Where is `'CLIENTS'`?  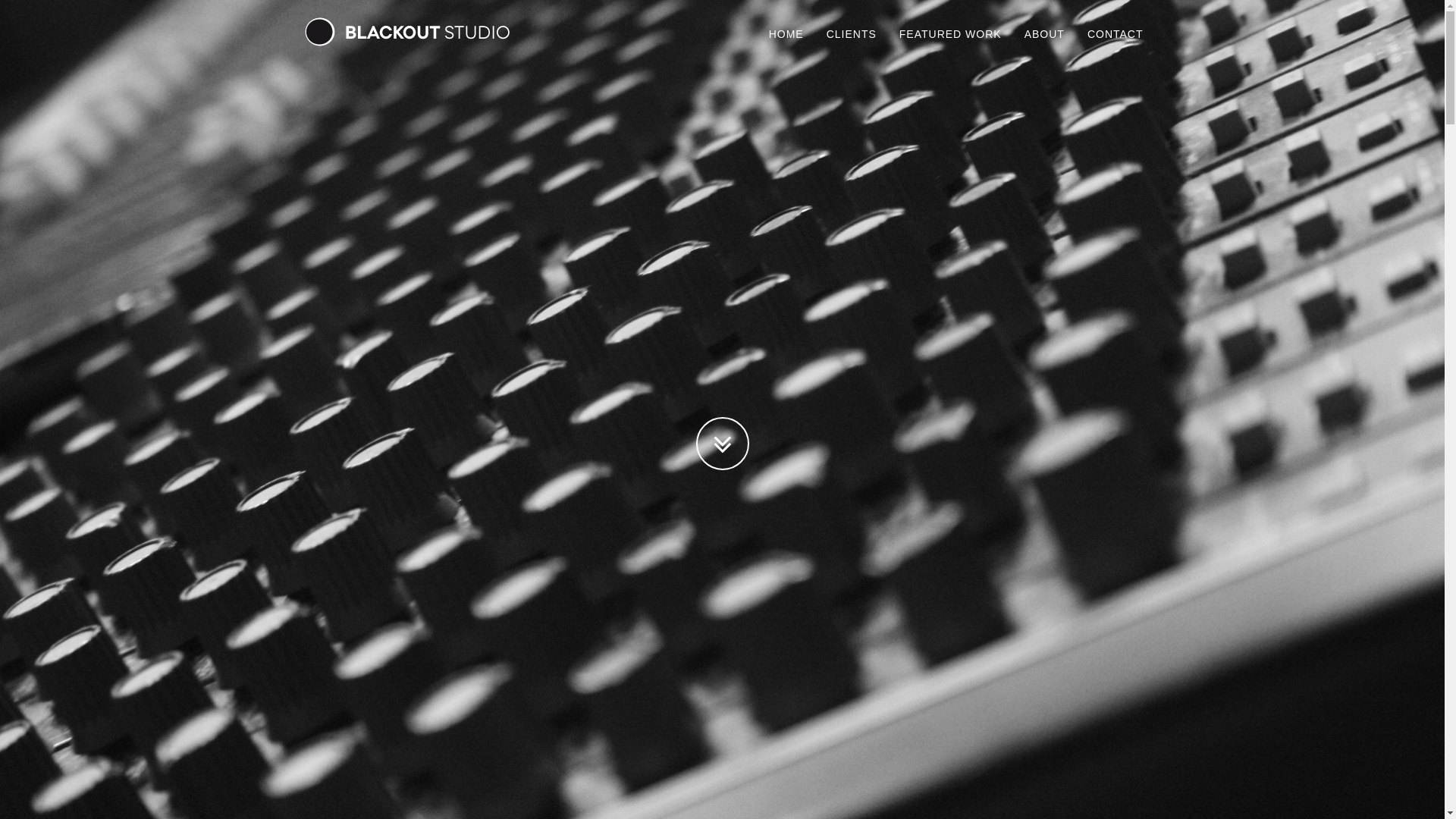
'CLIENTS' is located at coordinates (814, 34).